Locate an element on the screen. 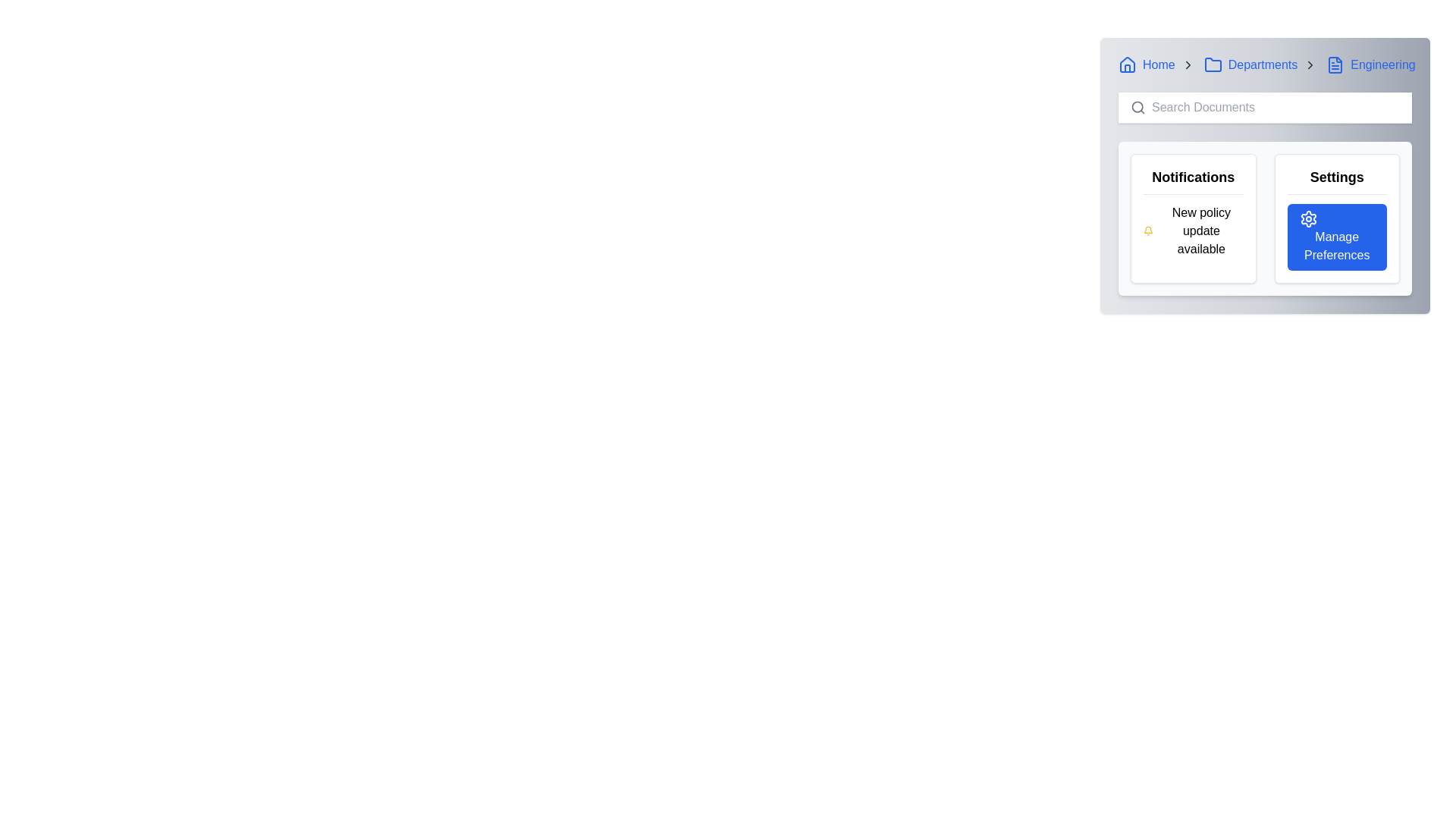 The image size is (1456, 819). the second chevron icon in the breadcrumb navigation, which serves as a separator and directional indicator between 'Departments' and 'Engineering' is located at coordinates (1310, 64).